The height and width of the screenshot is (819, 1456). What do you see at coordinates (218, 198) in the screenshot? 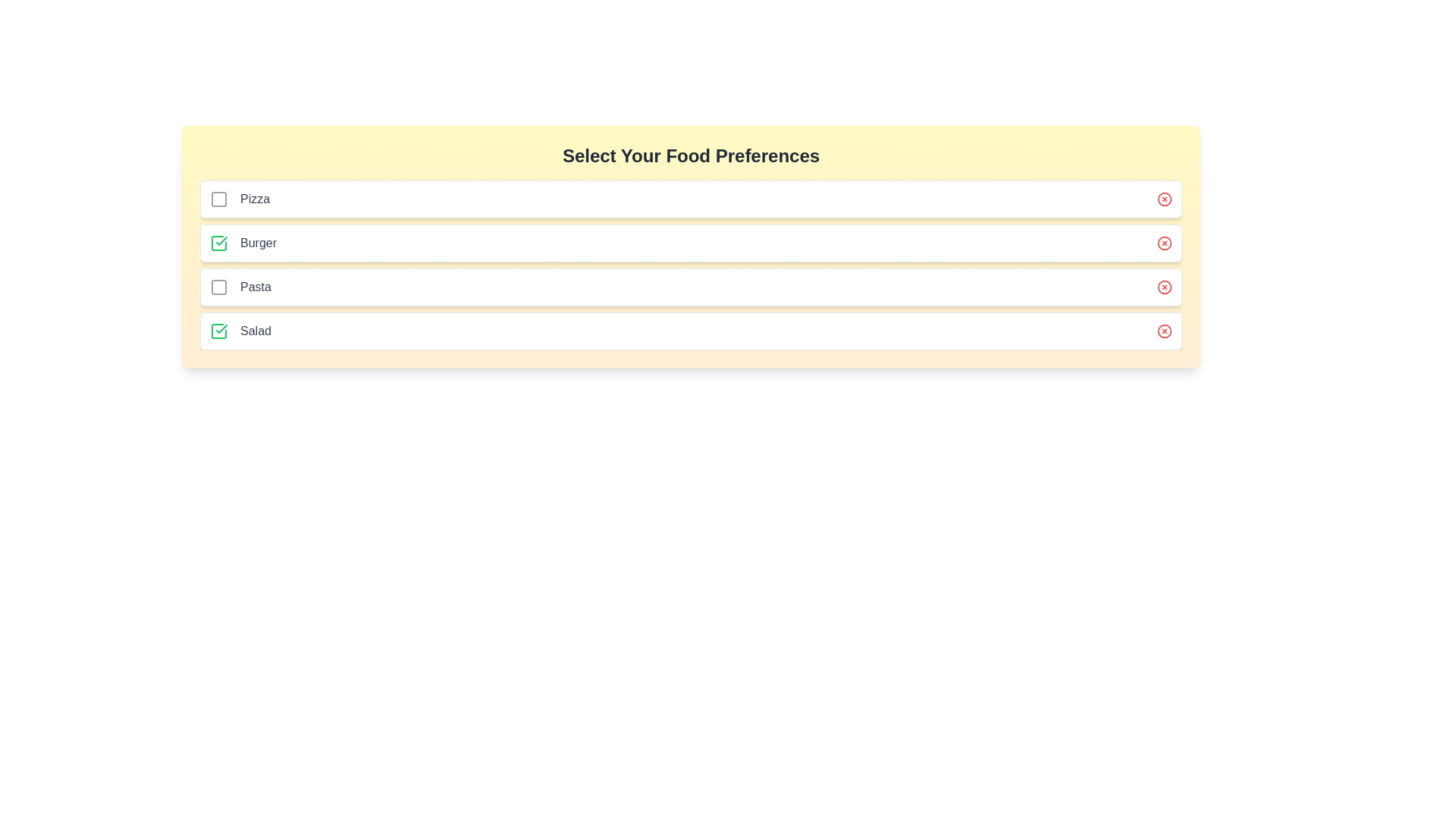
I see `the checkbox located to the left of the 'Pizza' label` at bounding box center [218, 198].